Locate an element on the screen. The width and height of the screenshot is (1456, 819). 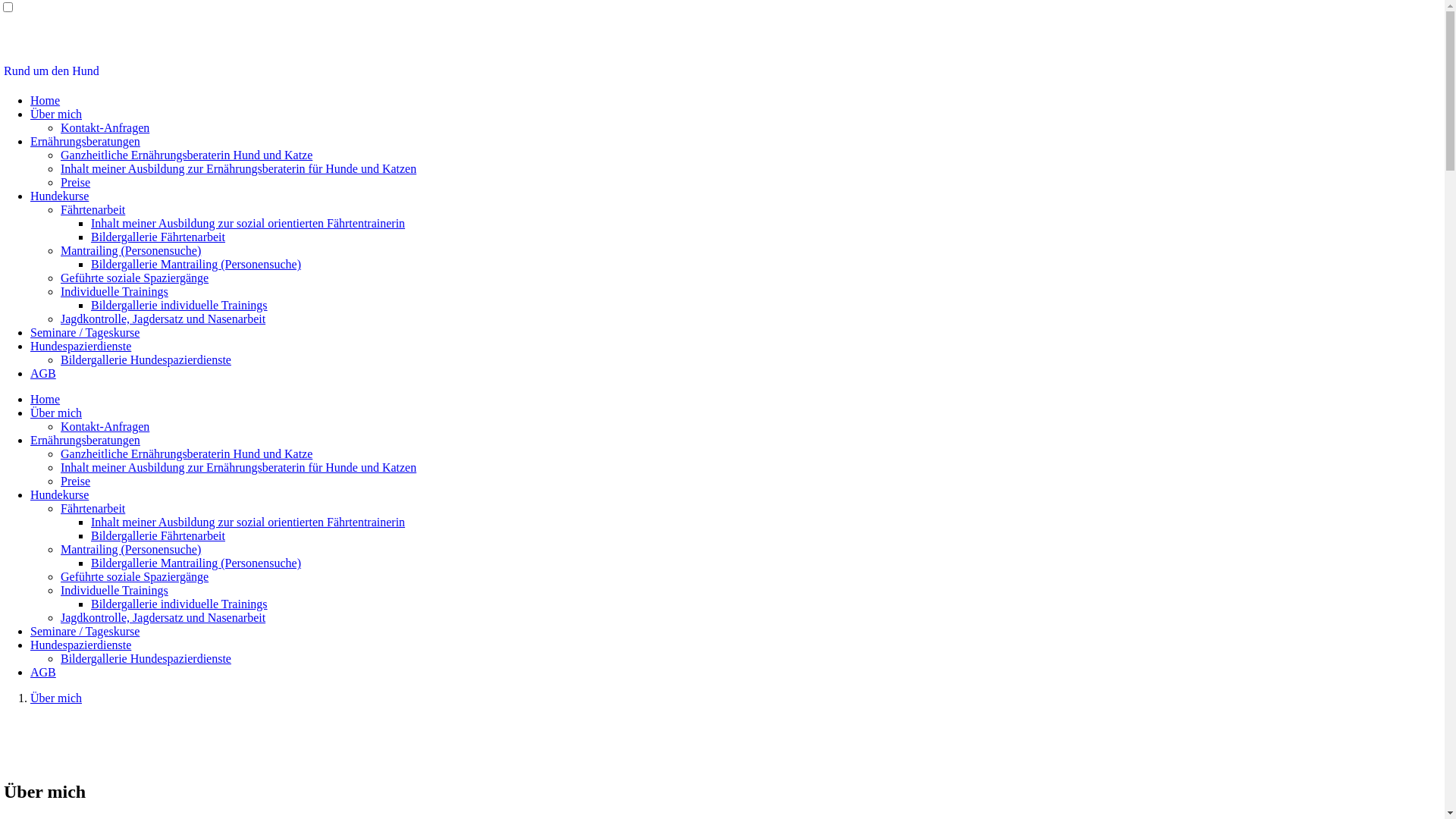
'Bildergallerie individuelle Trainings' is located at coordinates (179, 305).